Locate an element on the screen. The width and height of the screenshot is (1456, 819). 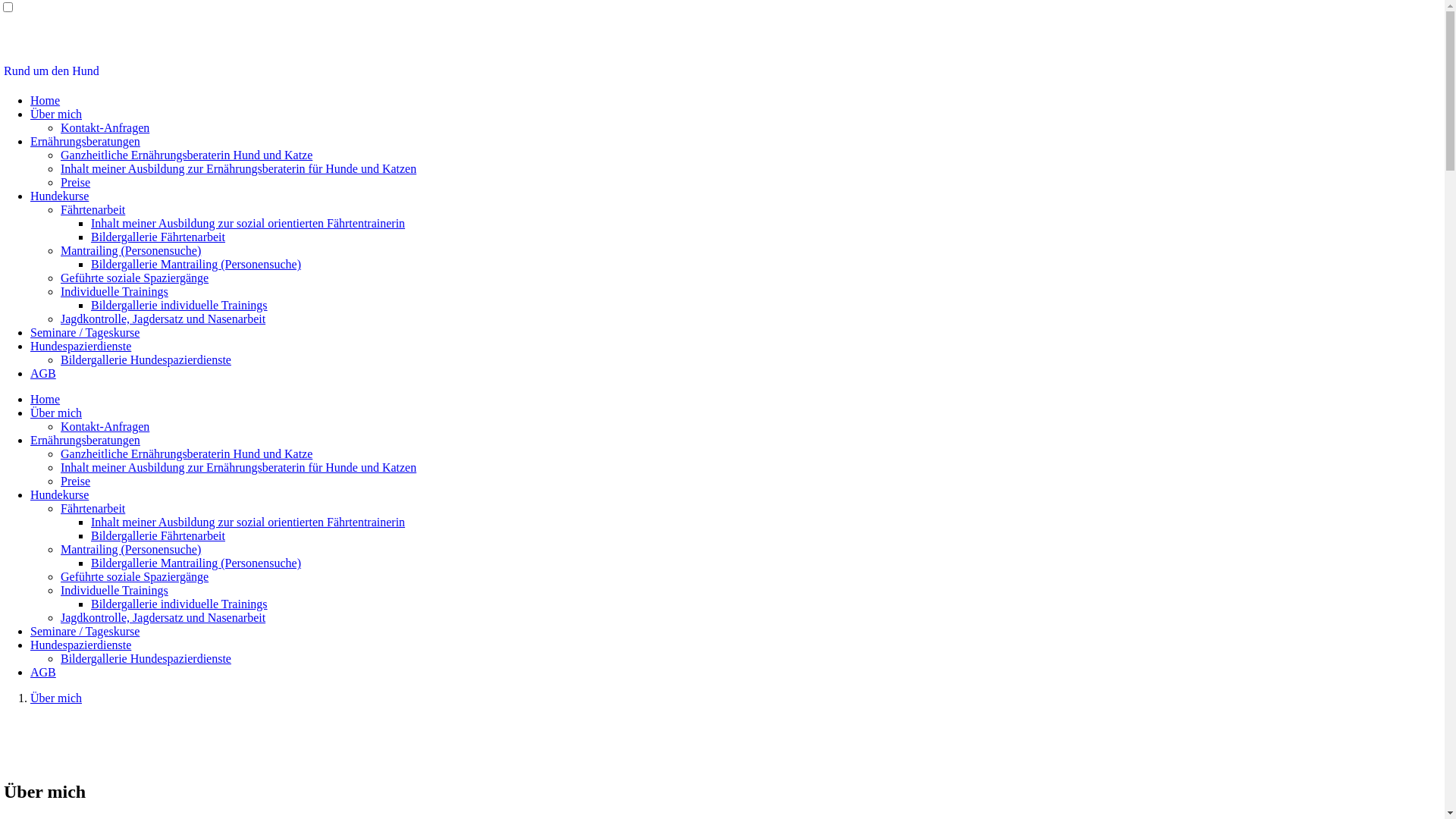
'Bildergallerie individuelle Trainings' is located at coordinates (179, 305).